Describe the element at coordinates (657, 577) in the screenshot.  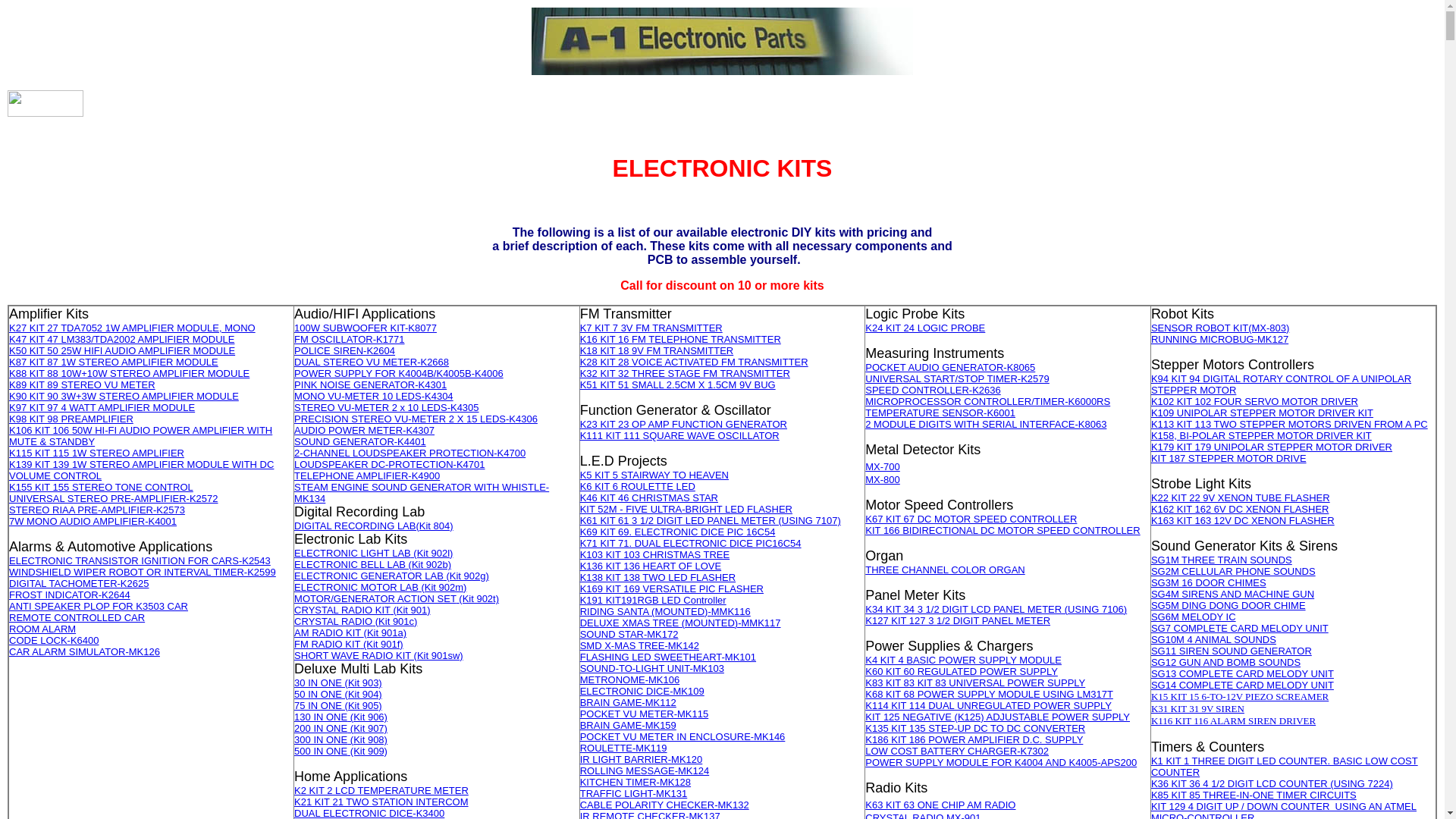
I see `'K138 KIT 138 TWO LED FLASHER'` at that location.